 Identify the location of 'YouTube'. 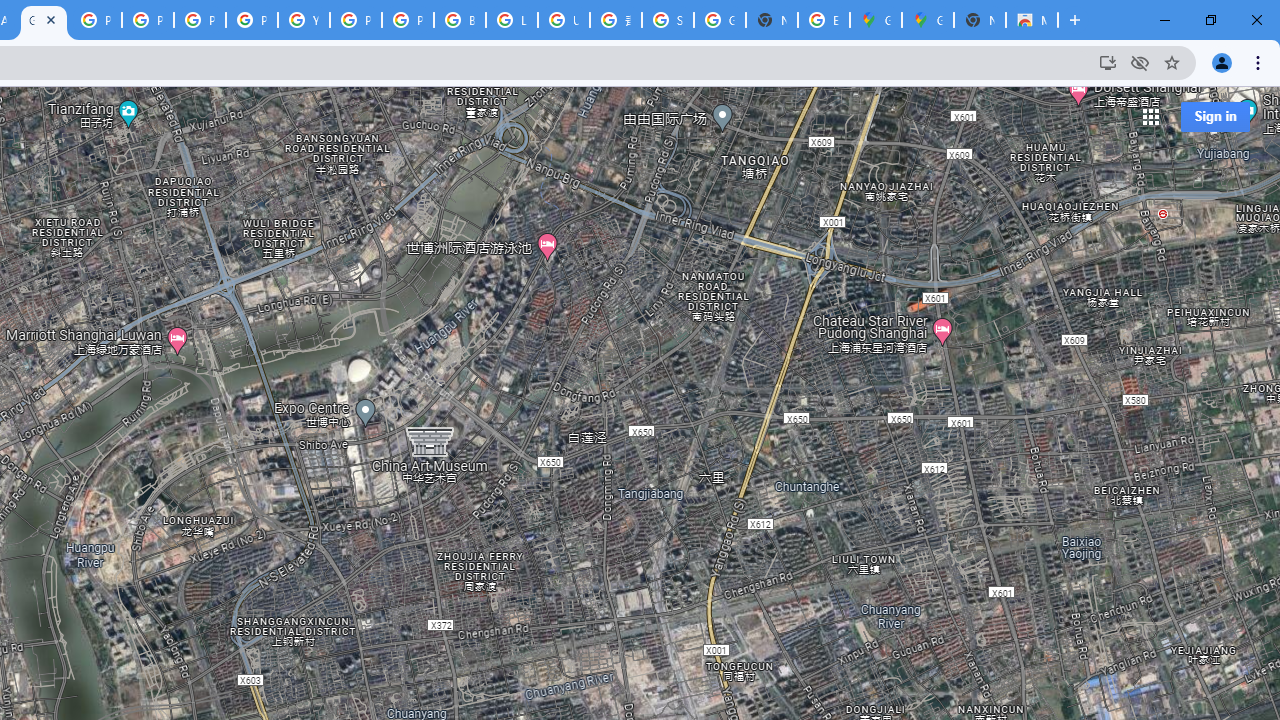
(303, 20).